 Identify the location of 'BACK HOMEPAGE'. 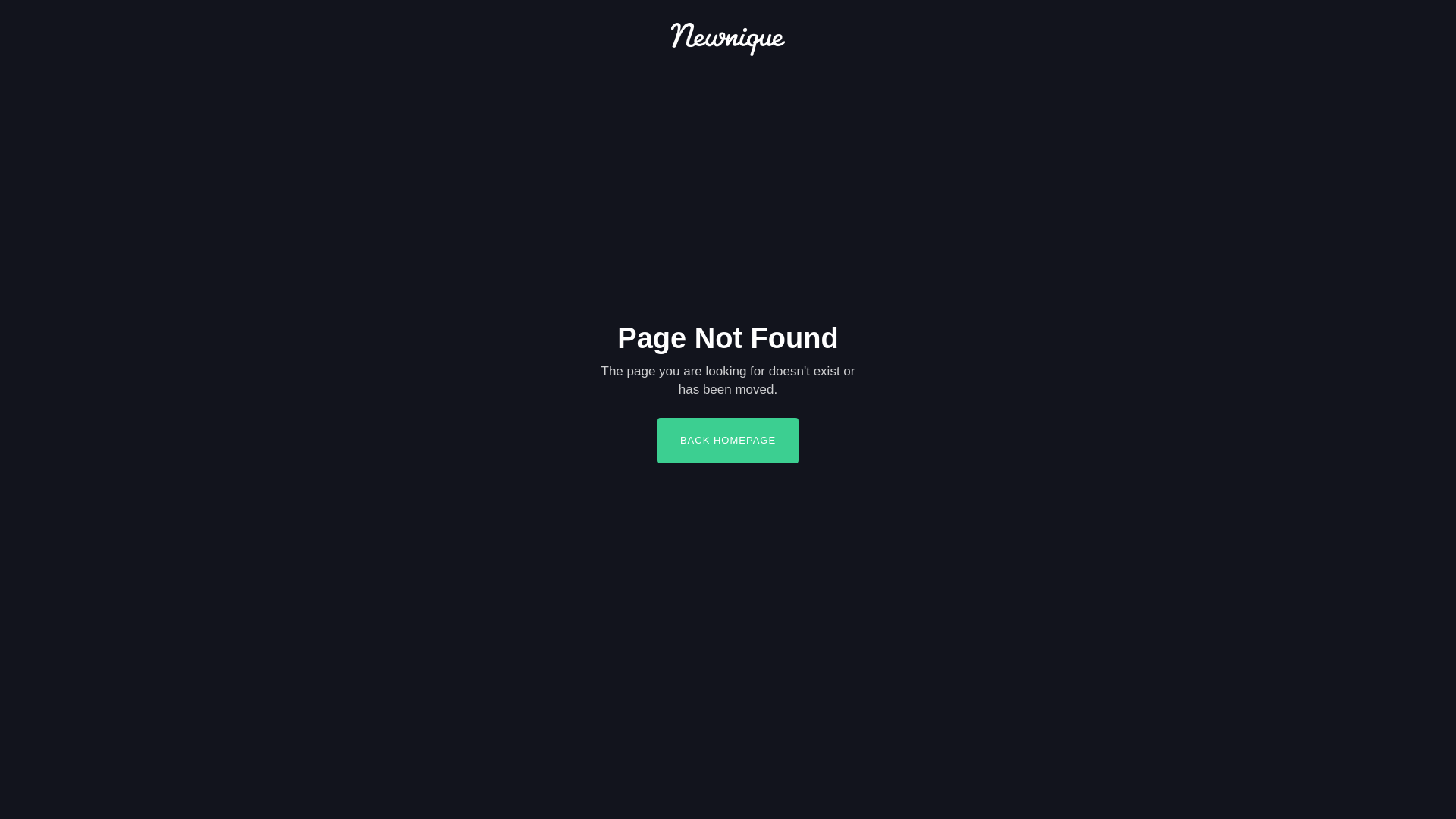
(728, 441).